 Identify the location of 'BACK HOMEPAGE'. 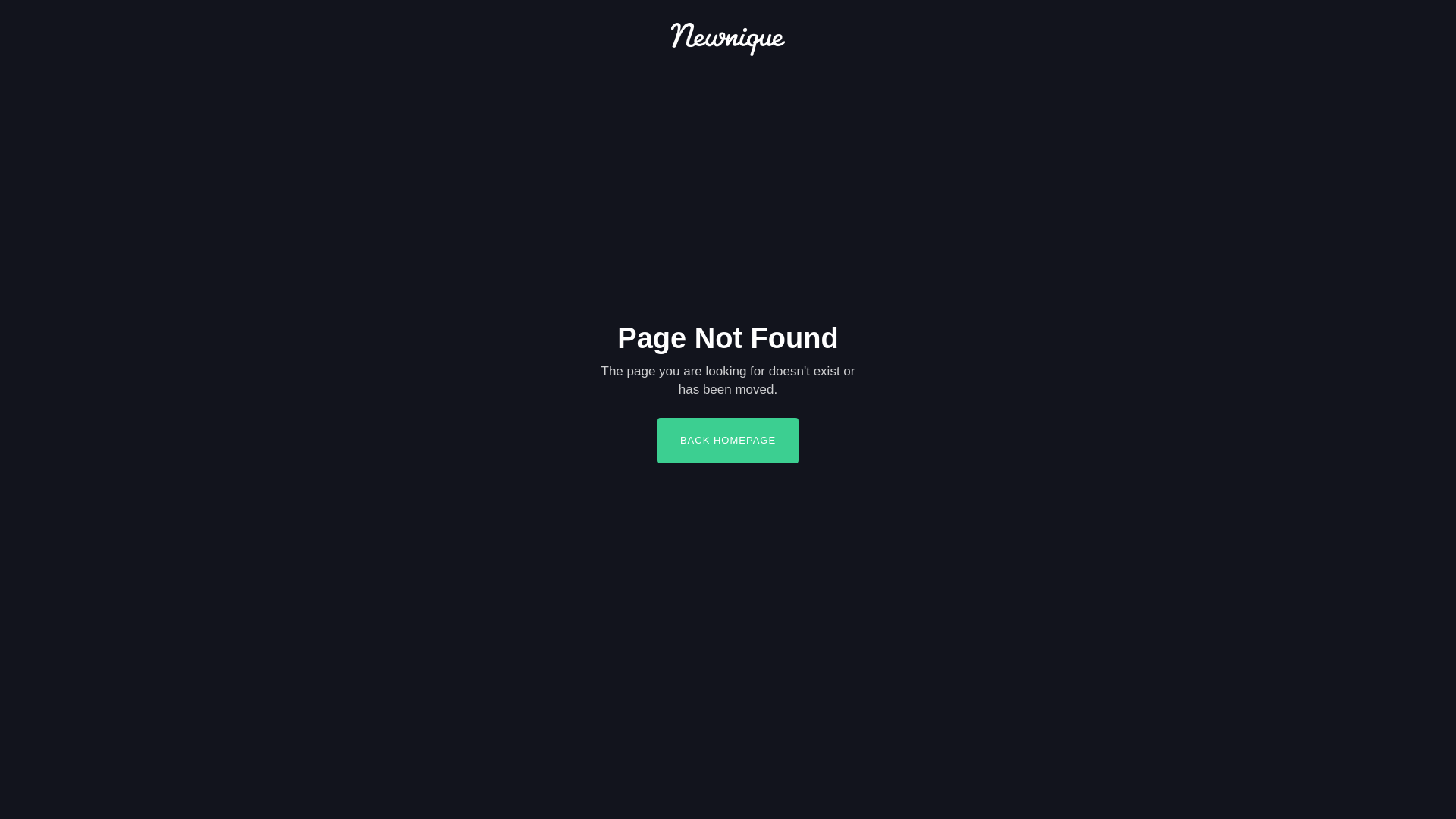
(728, 441).